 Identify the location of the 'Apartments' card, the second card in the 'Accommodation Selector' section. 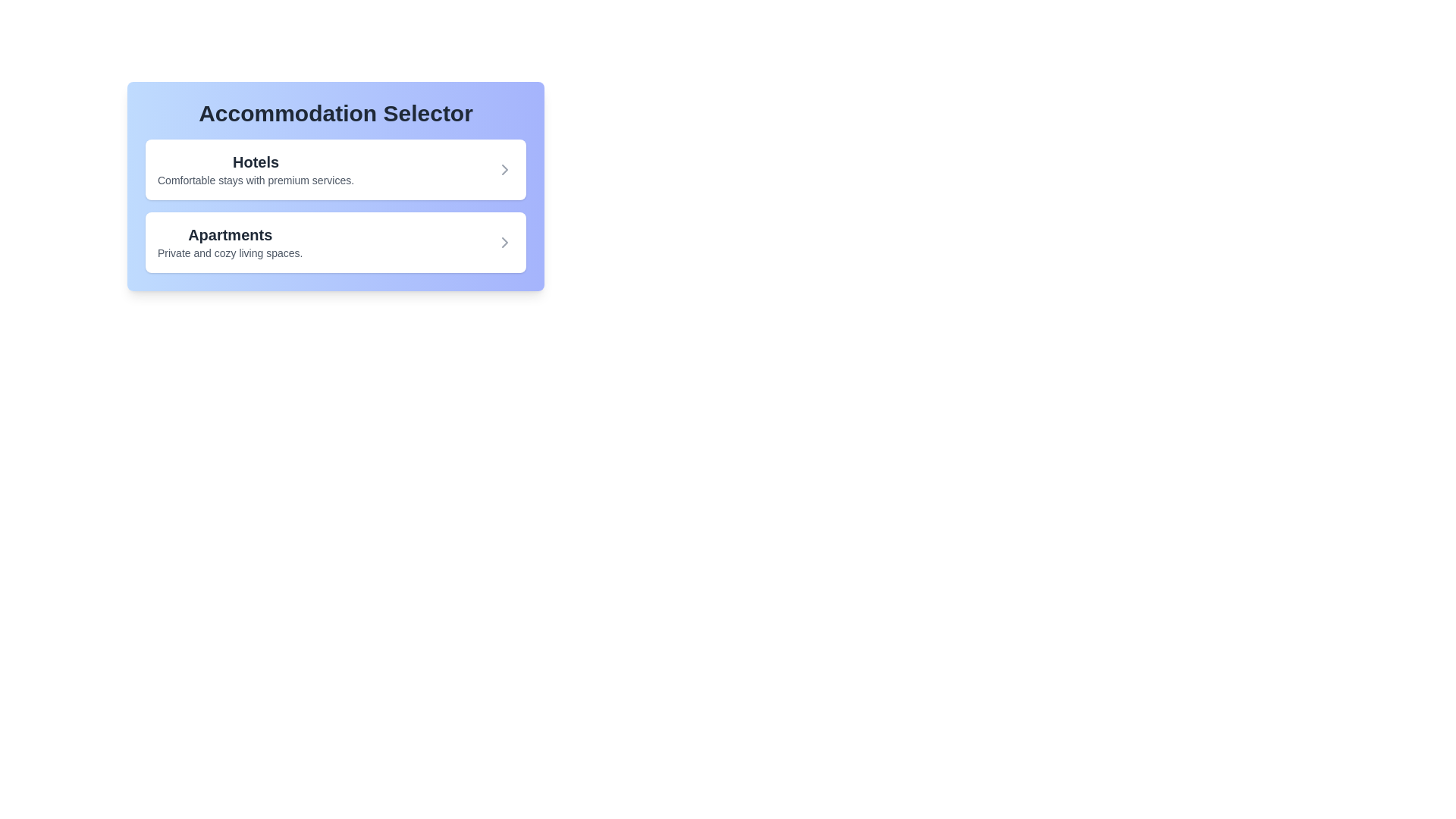
(334, 242).